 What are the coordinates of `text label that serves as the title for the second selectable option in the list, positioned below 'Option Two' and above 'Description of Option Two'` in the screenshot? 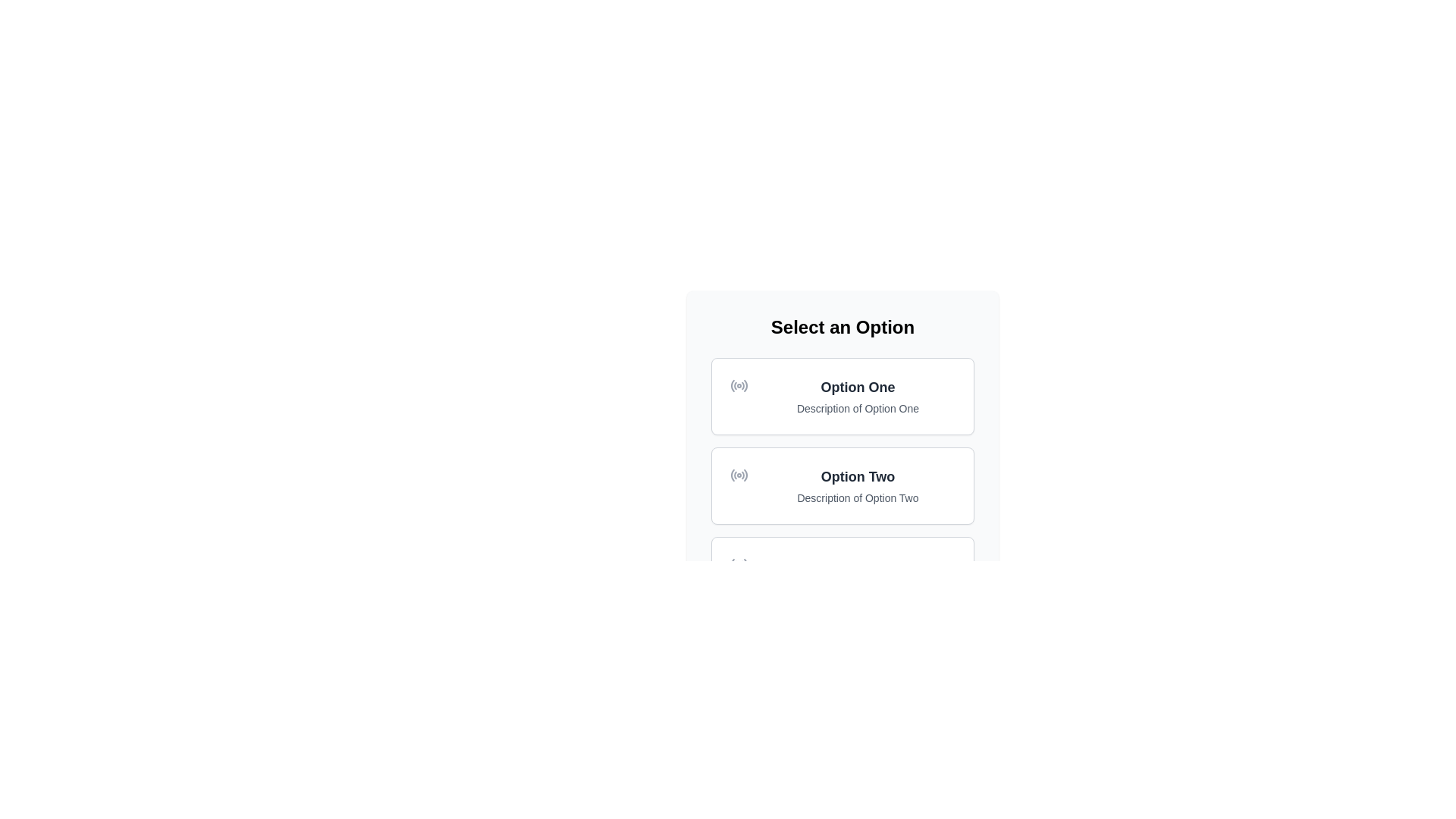 It's located at (858, 475).